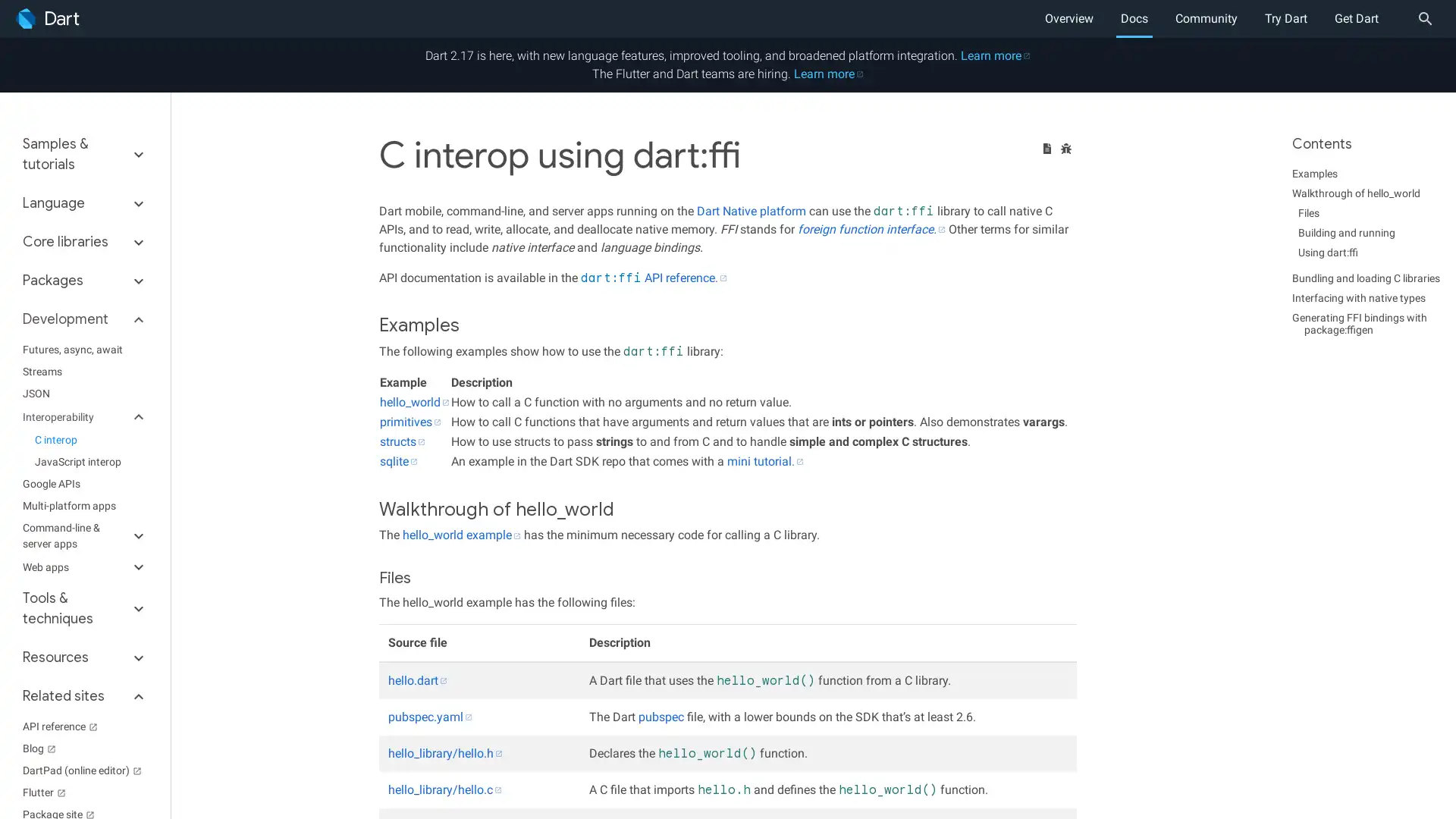  What do you see at coordinates (84, 281) in the screenshot?
I see `Packages keyboard_arrow_down` at bounding box center [84, 281].